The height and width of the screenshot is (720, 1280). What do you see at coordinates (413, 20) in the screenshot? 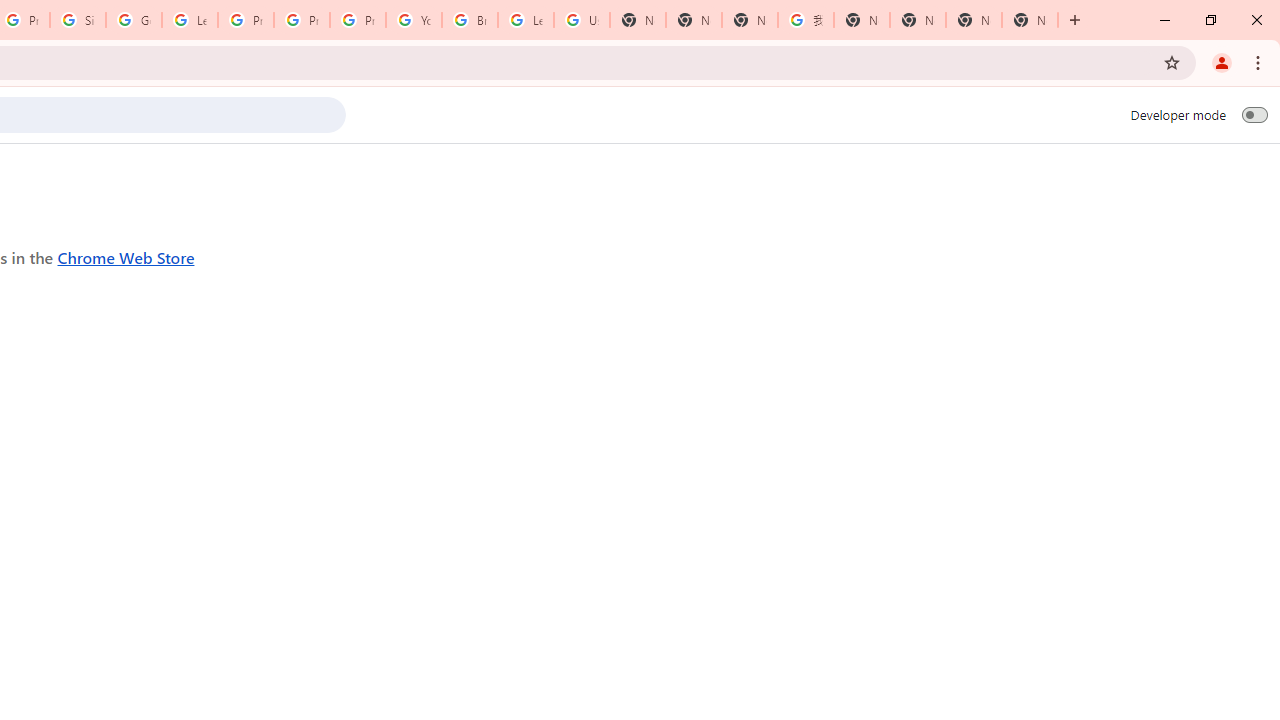
I see `'YouTube'` at bounding box center [413, 20].